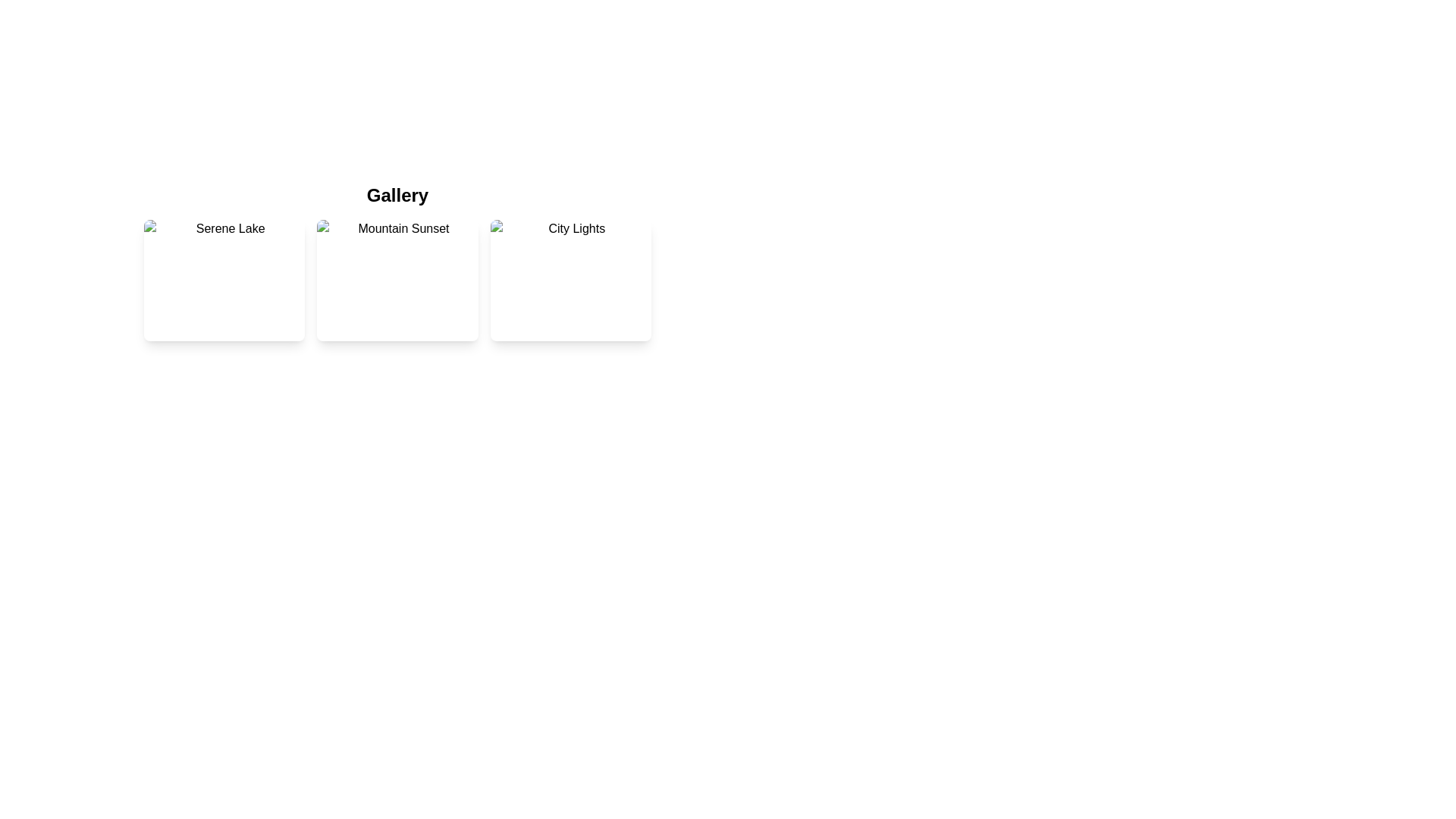 This screenshot has width=1456, height=819. What do you see at coordinates (570, 281) in the screenshot?
I see `the zoom button located at the bottom-center of the 'City Lights' card to trigger hover-specific effects` at bounding box center [570, 281].